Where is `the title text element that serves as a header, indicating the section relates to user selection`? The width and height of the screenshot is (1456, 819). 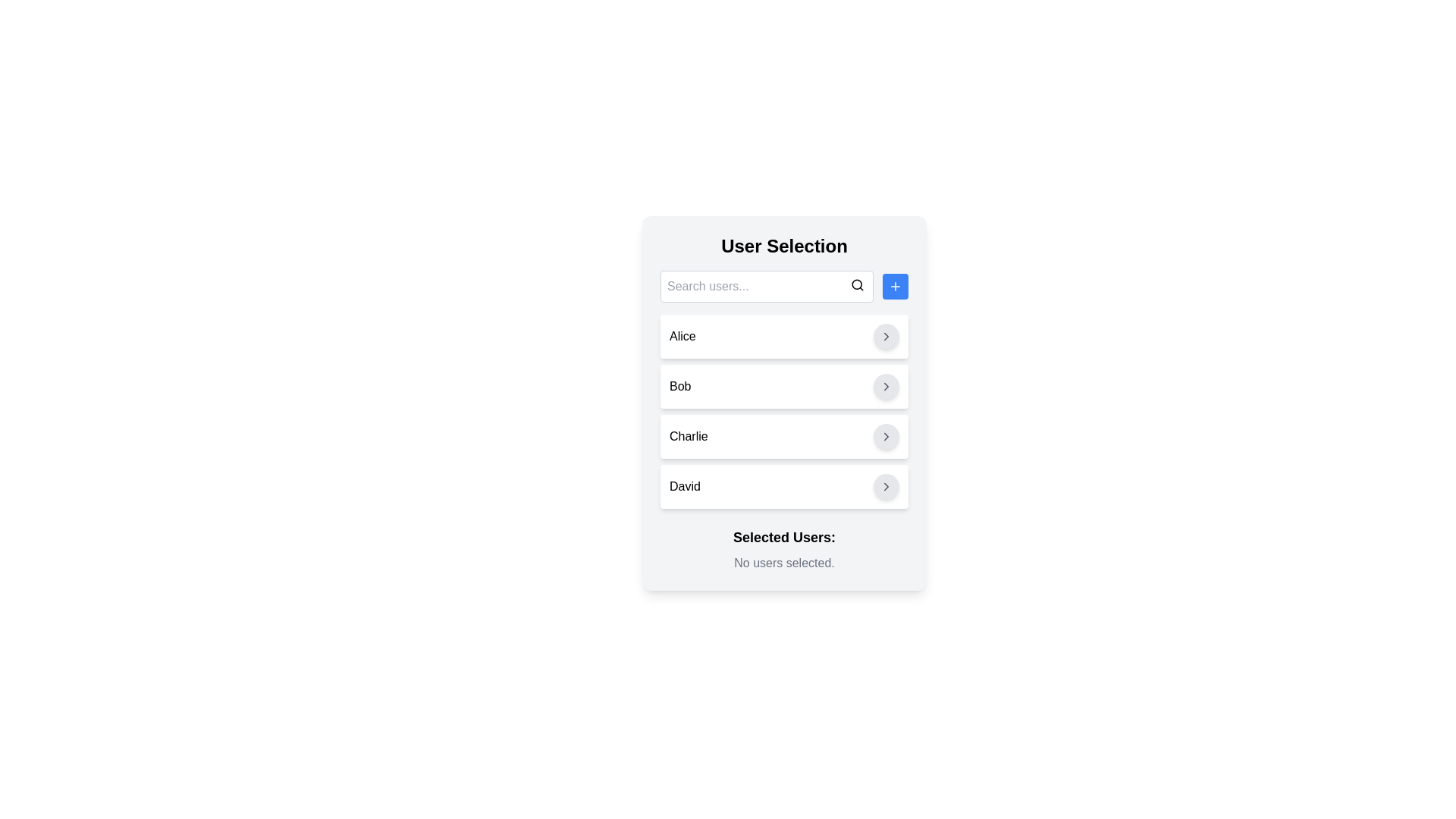
the title text element that serves as a header, indicating the section relates to user selection is located at coordinates (784, 245).